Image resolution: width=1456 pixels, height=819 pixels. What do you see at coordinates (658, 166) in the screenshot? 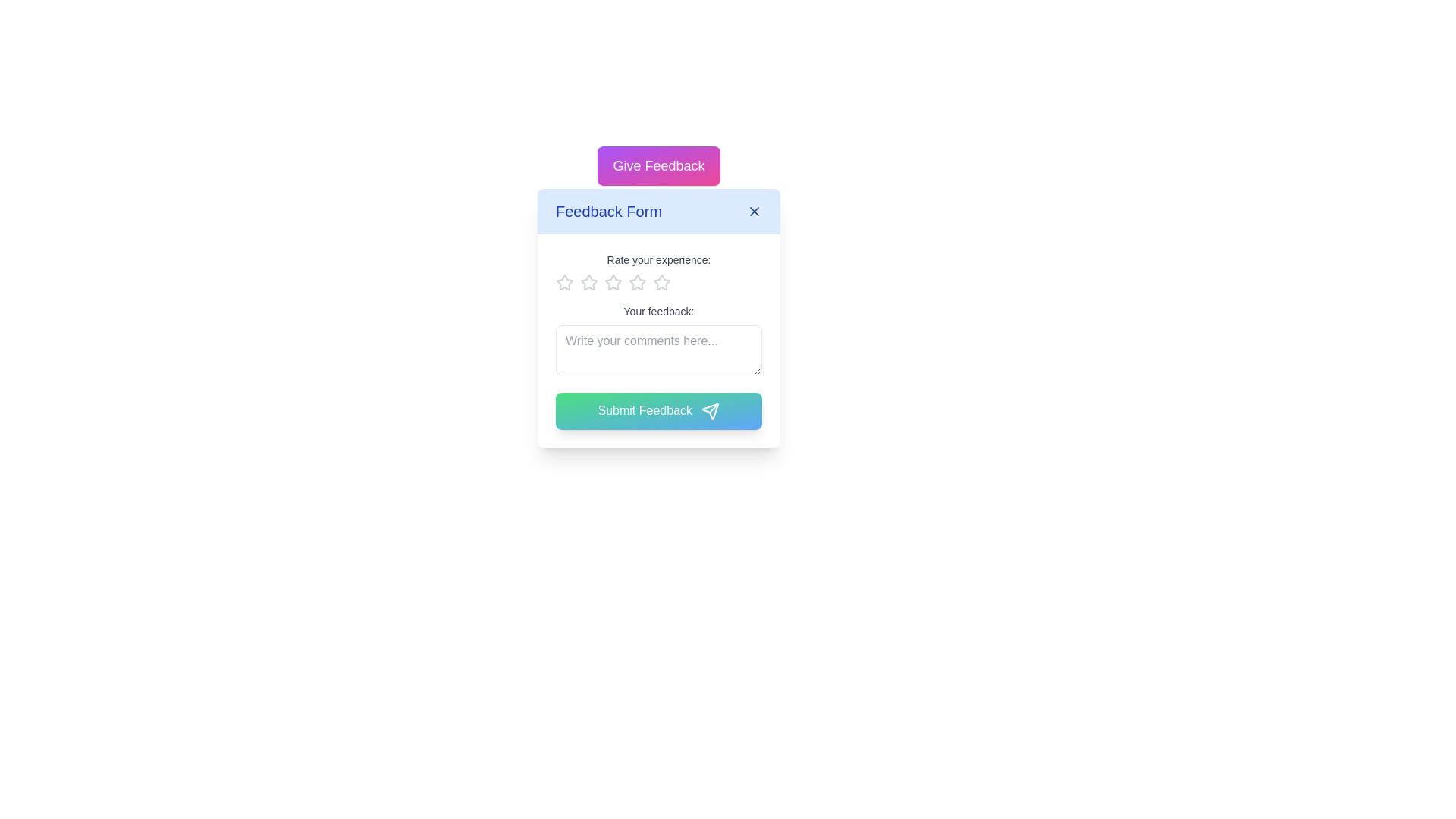
I see `the prominent gradient button labeled 'Give Feedback' located at the top center of the interface` at bounding box center [658, 166].